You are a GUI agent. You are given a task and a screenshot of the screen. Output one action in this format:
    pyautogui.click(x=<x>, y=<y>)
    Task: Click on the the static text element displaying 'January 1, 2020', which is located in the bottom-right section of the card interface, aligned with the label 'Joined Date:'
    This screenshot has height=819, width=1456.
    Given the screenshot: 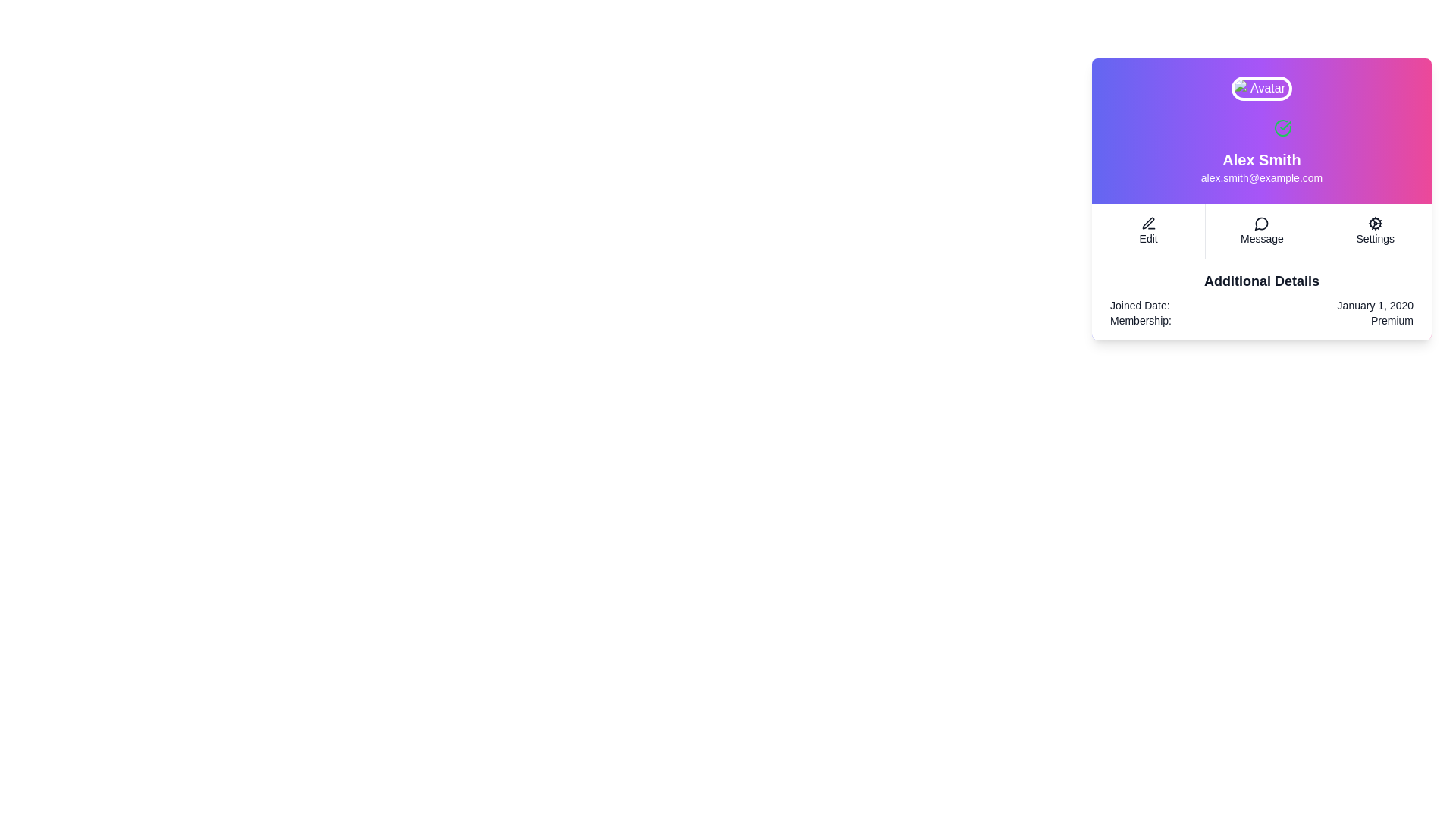 What is the action you would take?
    pyautogui.click(x=1375, y=305)
    